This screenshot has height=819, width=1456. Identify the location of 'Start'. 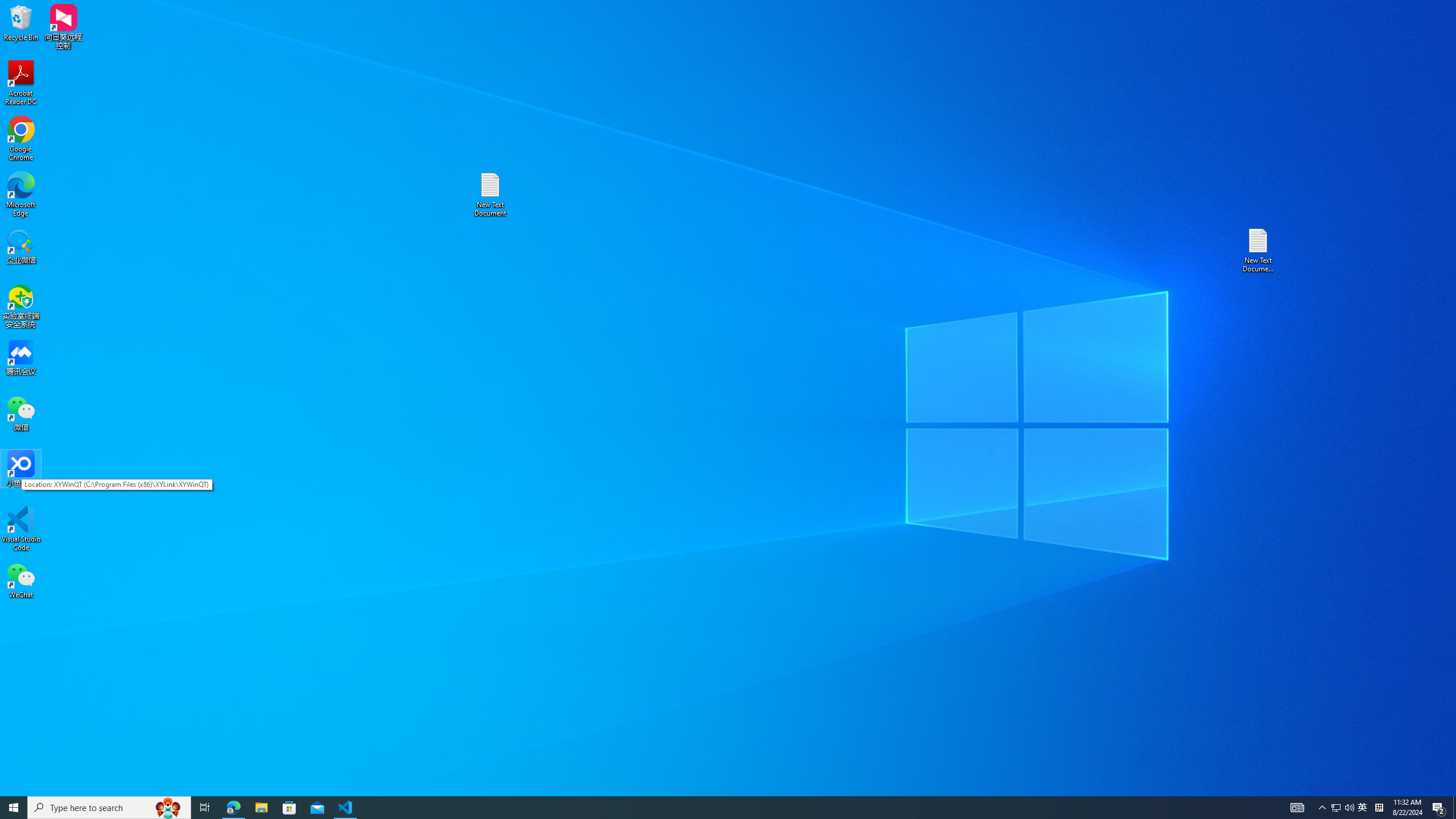
(14, 806).